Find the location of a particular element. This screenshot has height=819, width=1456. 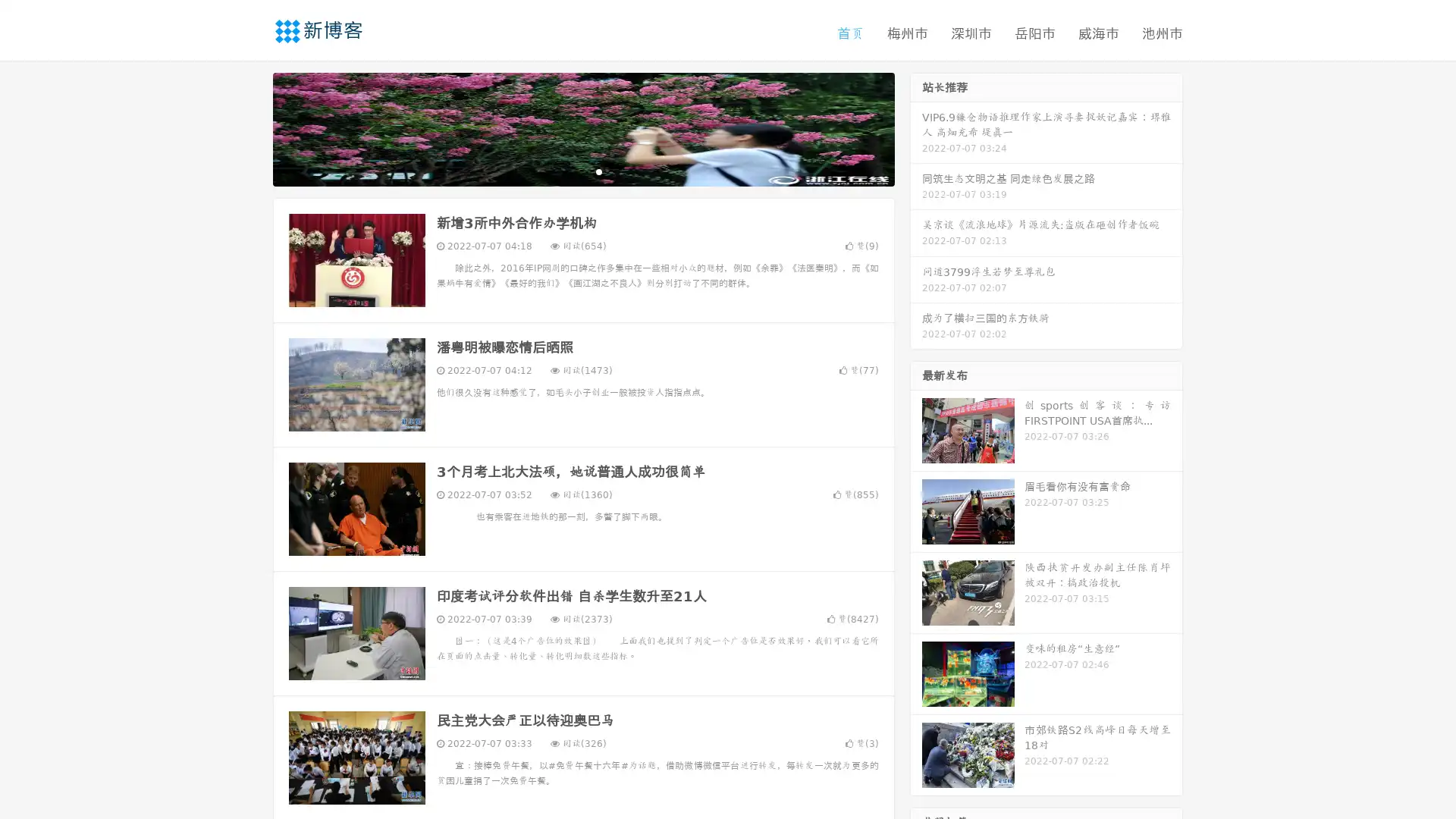

Go to slide 2 is located at coordinates (582, 171).